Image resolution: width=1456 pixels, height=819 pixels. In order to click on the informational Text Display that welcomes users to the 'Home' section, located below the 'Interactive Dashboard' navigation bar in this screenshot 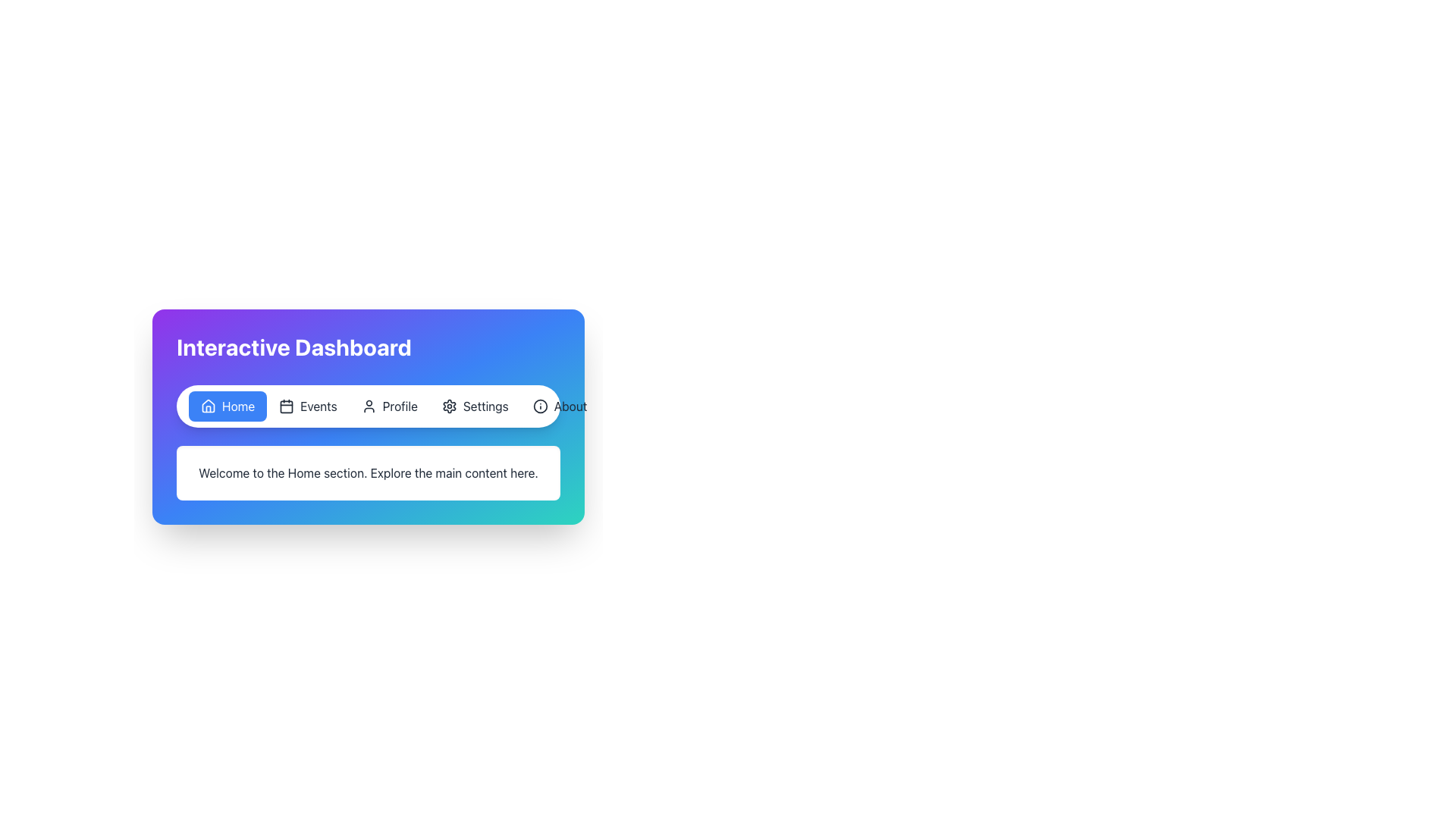, I will do `click(368, 472)`.